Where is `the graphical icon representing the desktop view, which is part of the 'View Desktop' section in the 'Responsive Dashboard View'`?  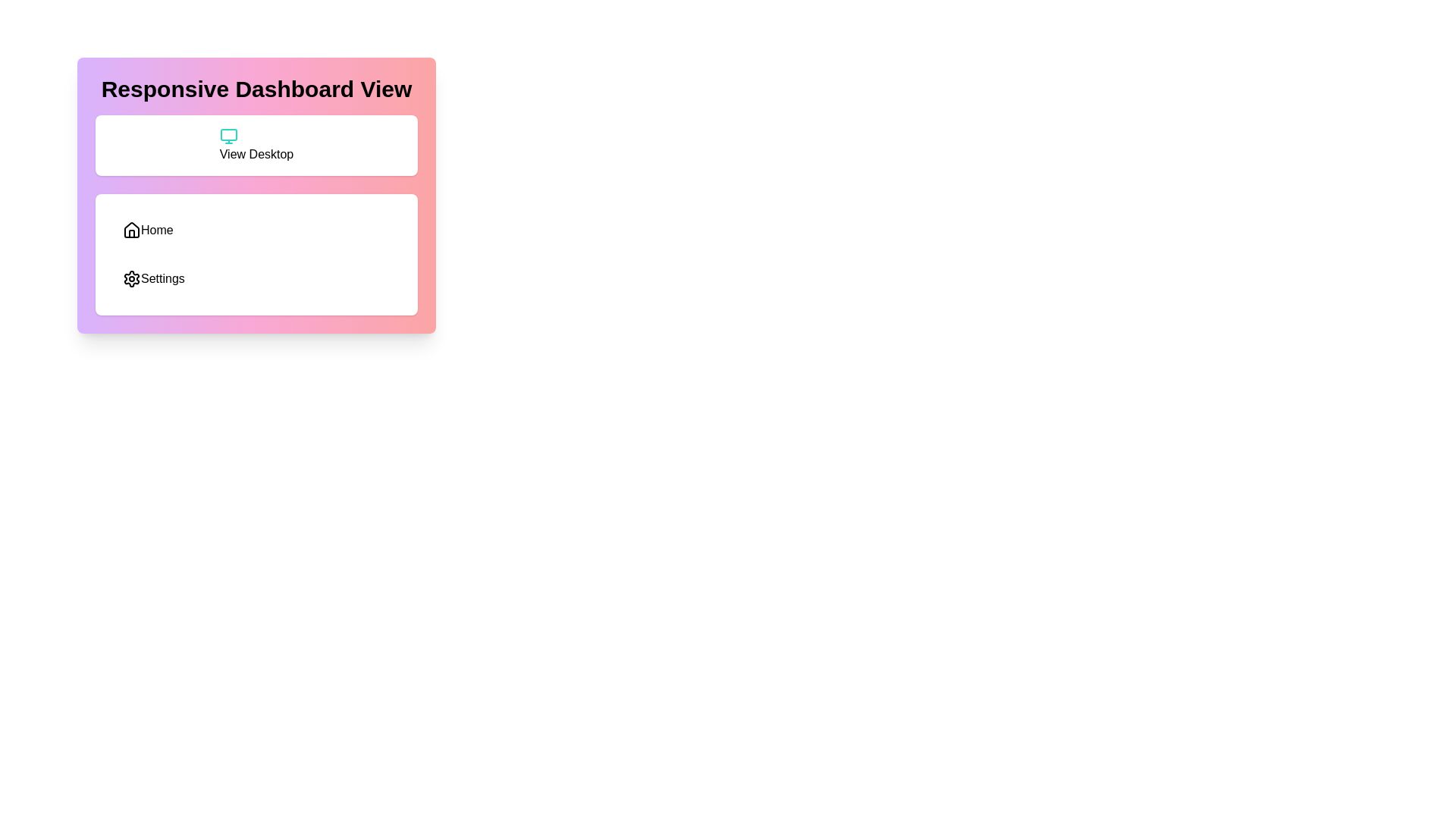
the graphical icon representing the desktop view, which is part of the 'View Desktop' section in the 'Responsive Dashboard View' is located at coordinates (227, 133).